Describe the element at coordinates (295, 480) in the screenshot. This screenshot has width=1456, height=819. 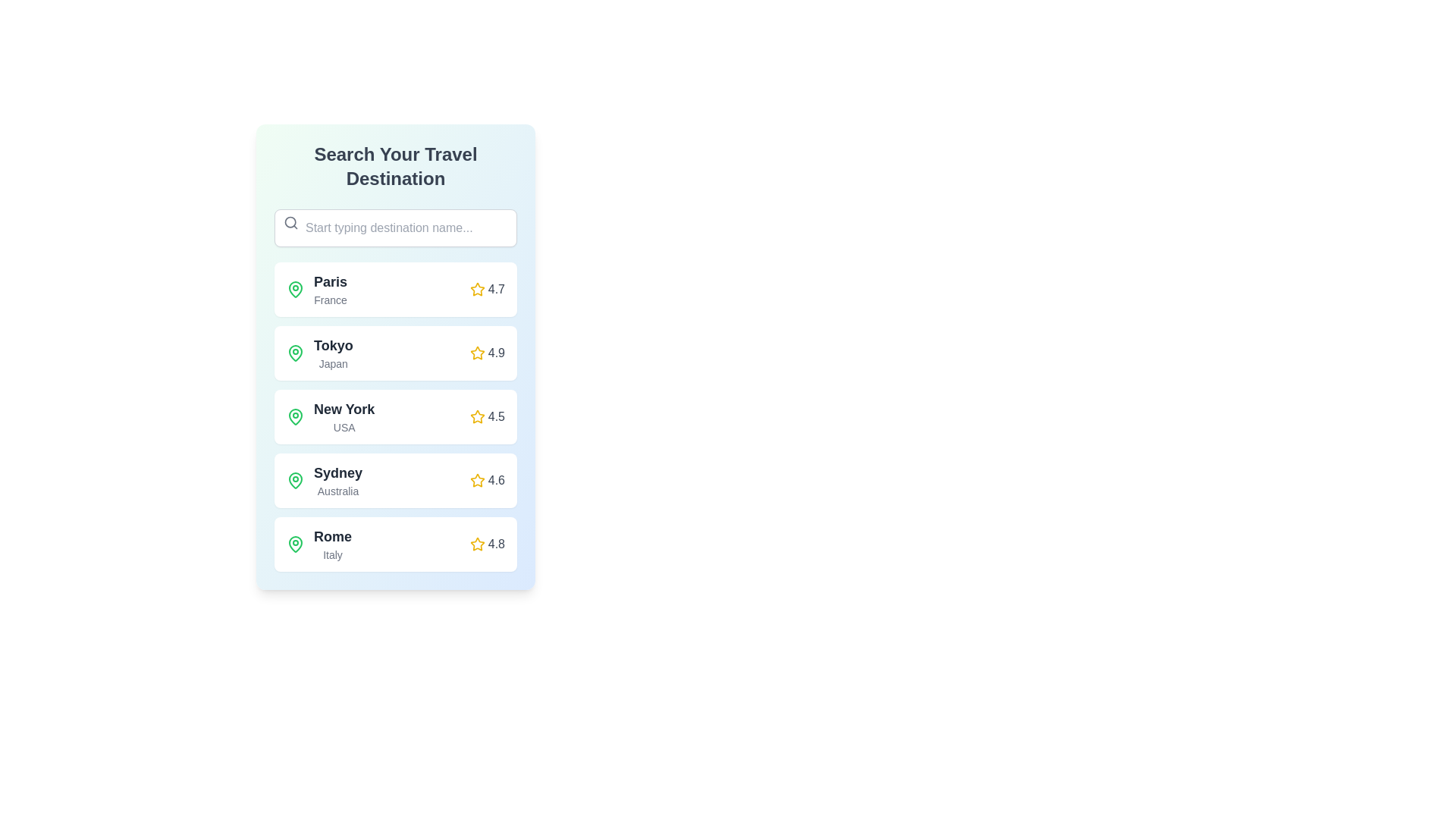
I see `the green map pin icon located to the left of the text 'Sydney' and 'Australia' in the fourth row of the travel destinations listing panel` at that location.